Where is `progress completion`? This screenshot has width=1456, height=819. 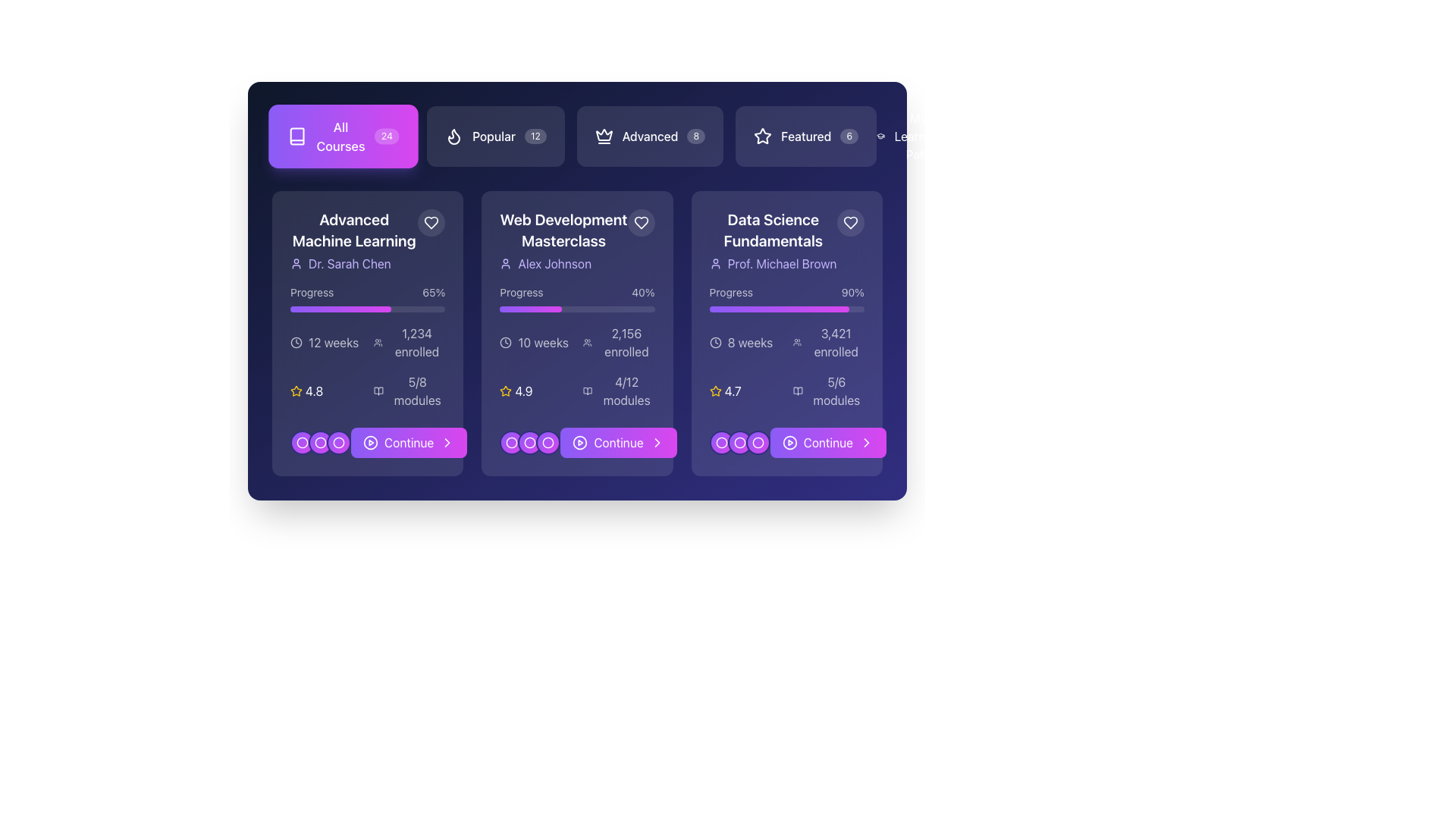 progress completion is located at coordinates (336, 309).